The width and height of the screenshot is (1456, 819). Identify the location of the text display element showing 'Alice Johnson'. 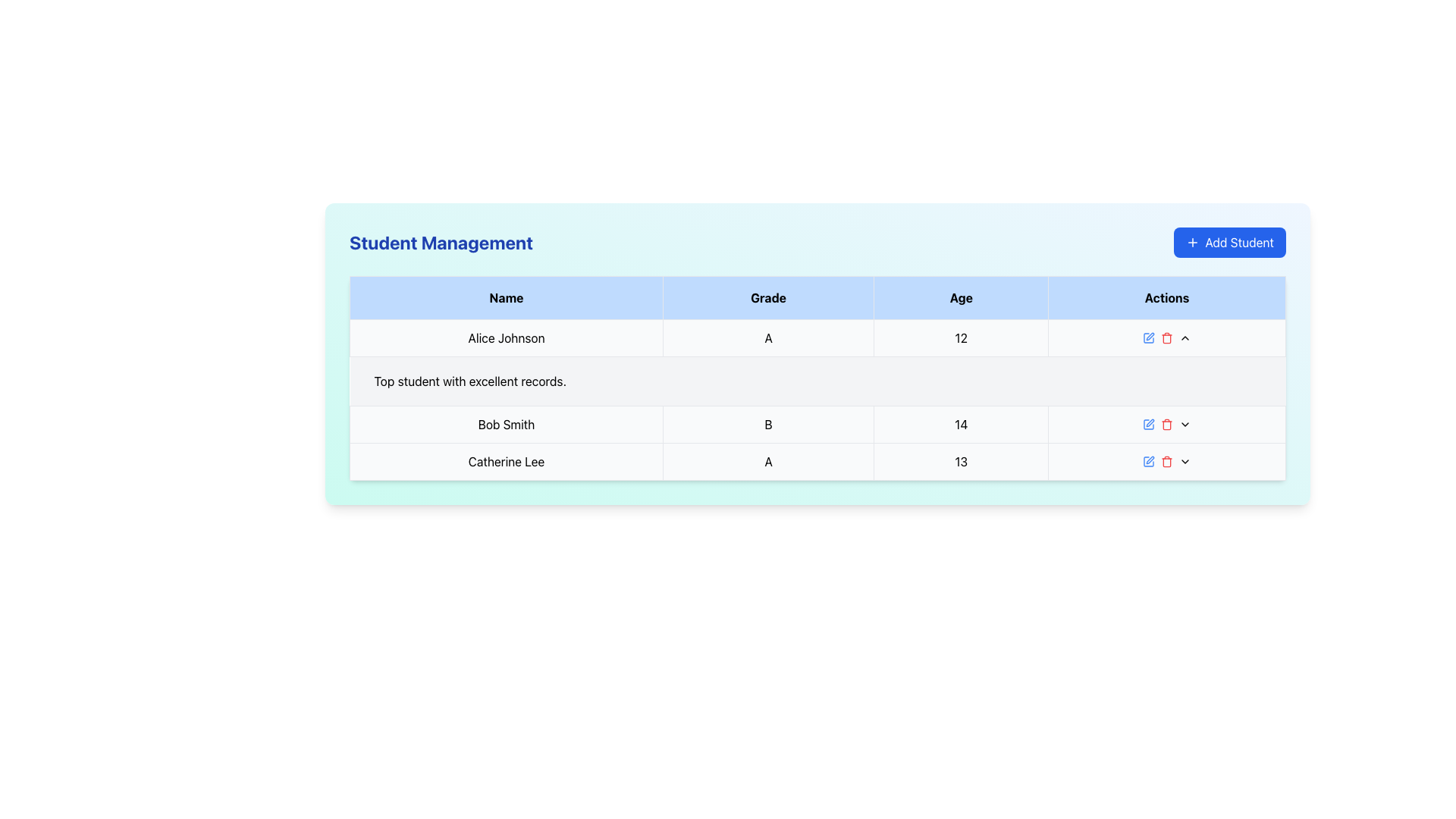
(506, 337).